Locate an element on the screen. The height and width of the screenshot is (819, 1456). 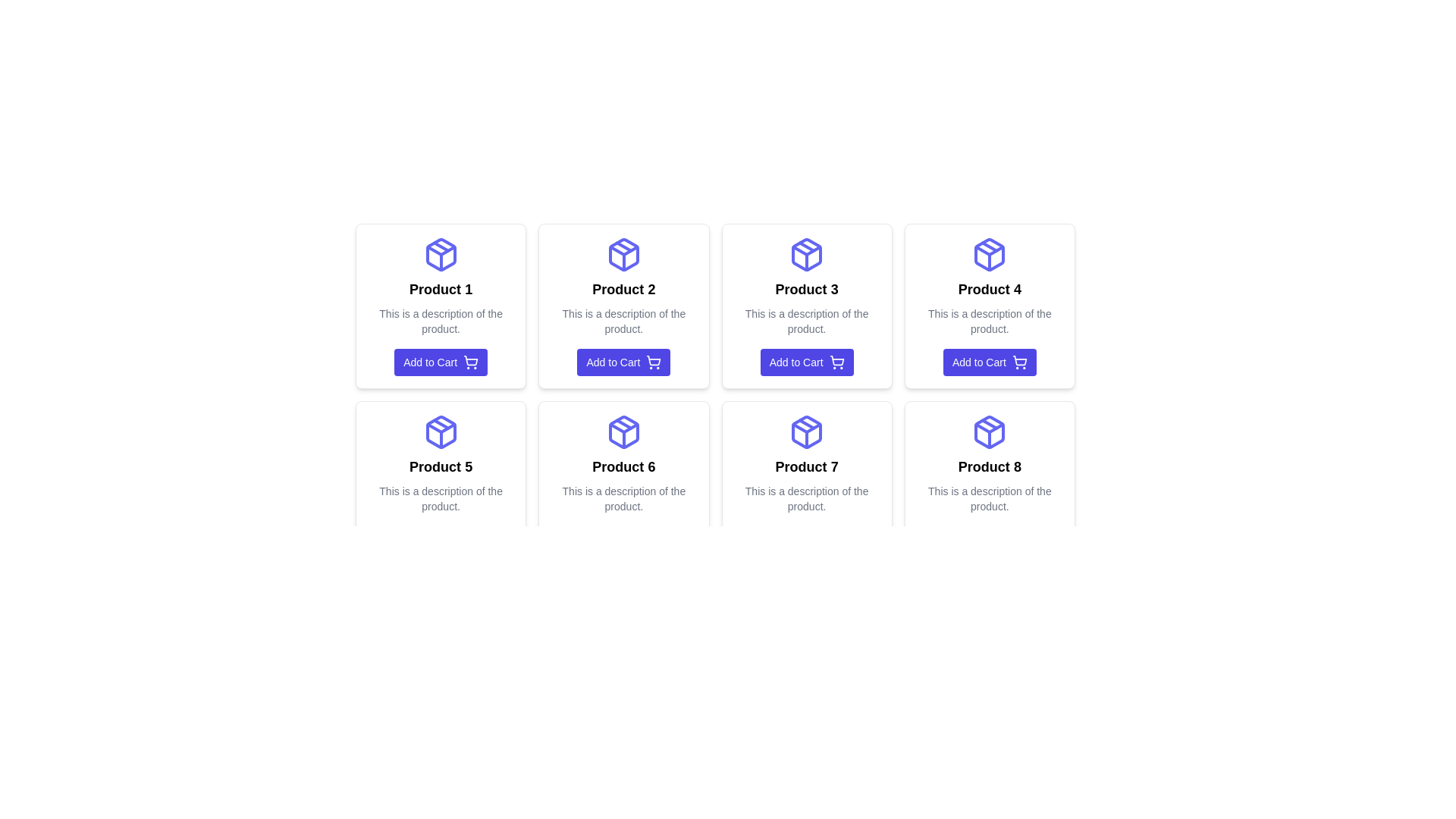
the 'Add to Cart' button located at the bottom of the 'Product 3' card, which has a vivid indigo background and contains a shopping cart icon is located at coordinates (806, 362).